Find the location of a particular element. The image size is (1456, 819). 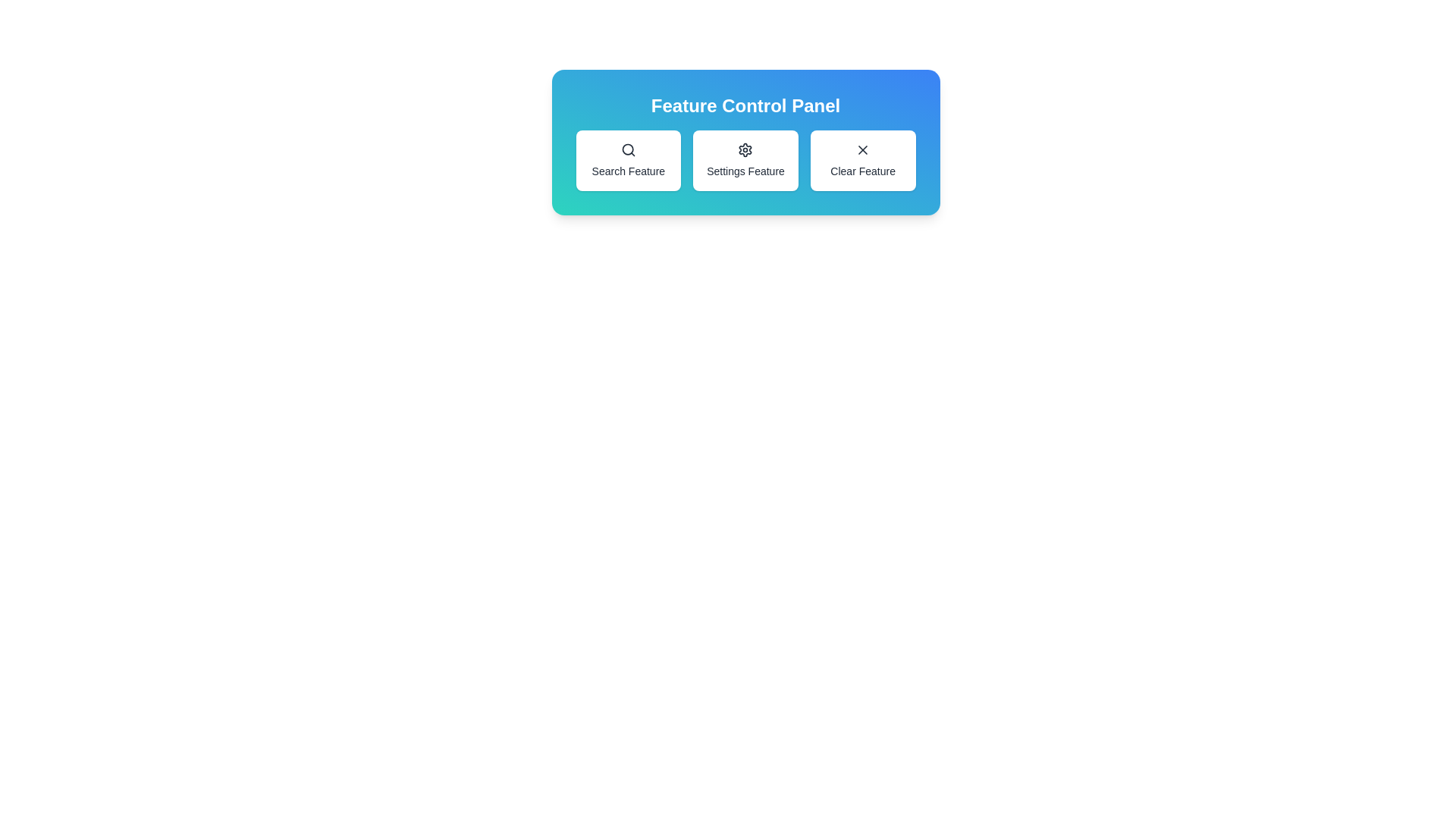

the 'Clear' action icon located in the third rectangular box labeled 'Clear Feature' in the 'Feature Control Panel' is located at coordinates (863, 149).